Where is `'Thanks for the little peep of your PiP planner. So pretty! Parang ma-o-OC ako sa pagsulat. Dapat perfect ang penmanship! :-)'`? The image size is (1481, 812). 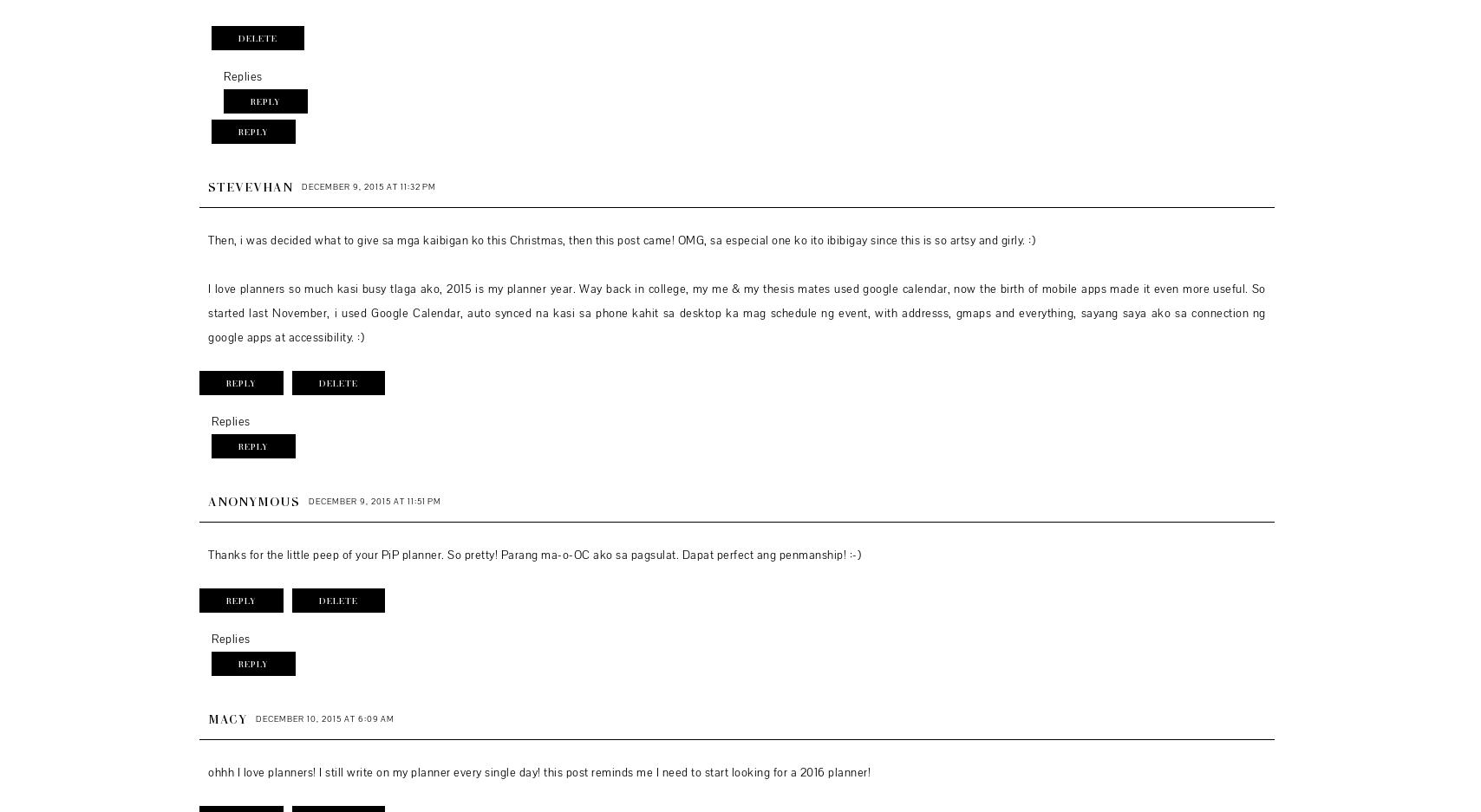 'Thanks for the little peep of your PiP planner. So pretty! Parang ma-o-OC ako sa pagsulat. Dapat perfect ang penmanship! :-)' is located at coordinates (534, 554).